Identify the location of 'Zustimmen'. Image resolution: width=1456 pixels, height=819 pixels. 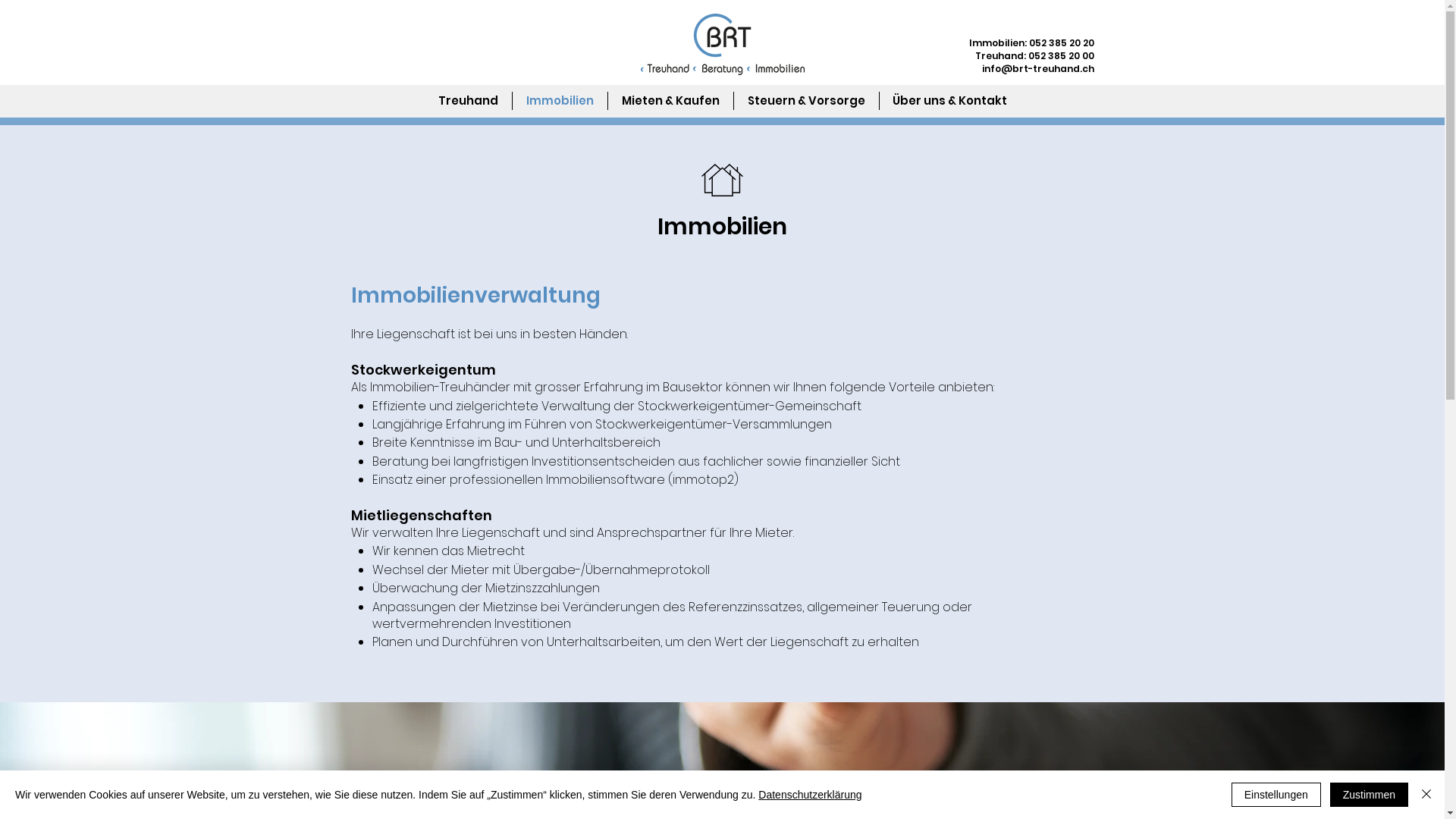
(1369, 794).